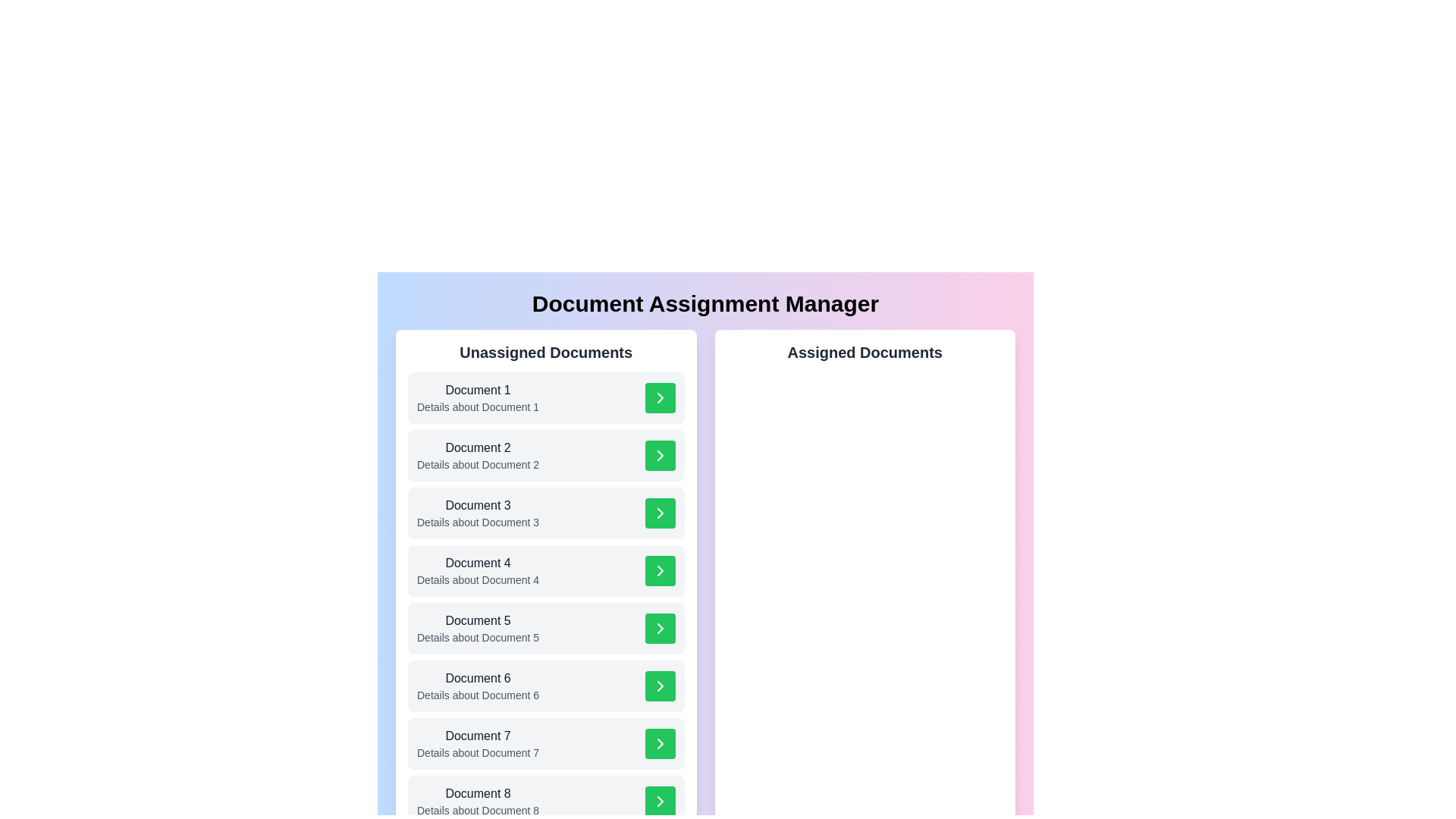 This screenshot has height=819, width=1456. What do you see at coordinates (660, 513) in the screenshot?
I see `the rightward-pointing chevron icon located on the right side of the 'Document 3' entry in the 'Unassigned Documents' column` at bounding box center [660, 513].